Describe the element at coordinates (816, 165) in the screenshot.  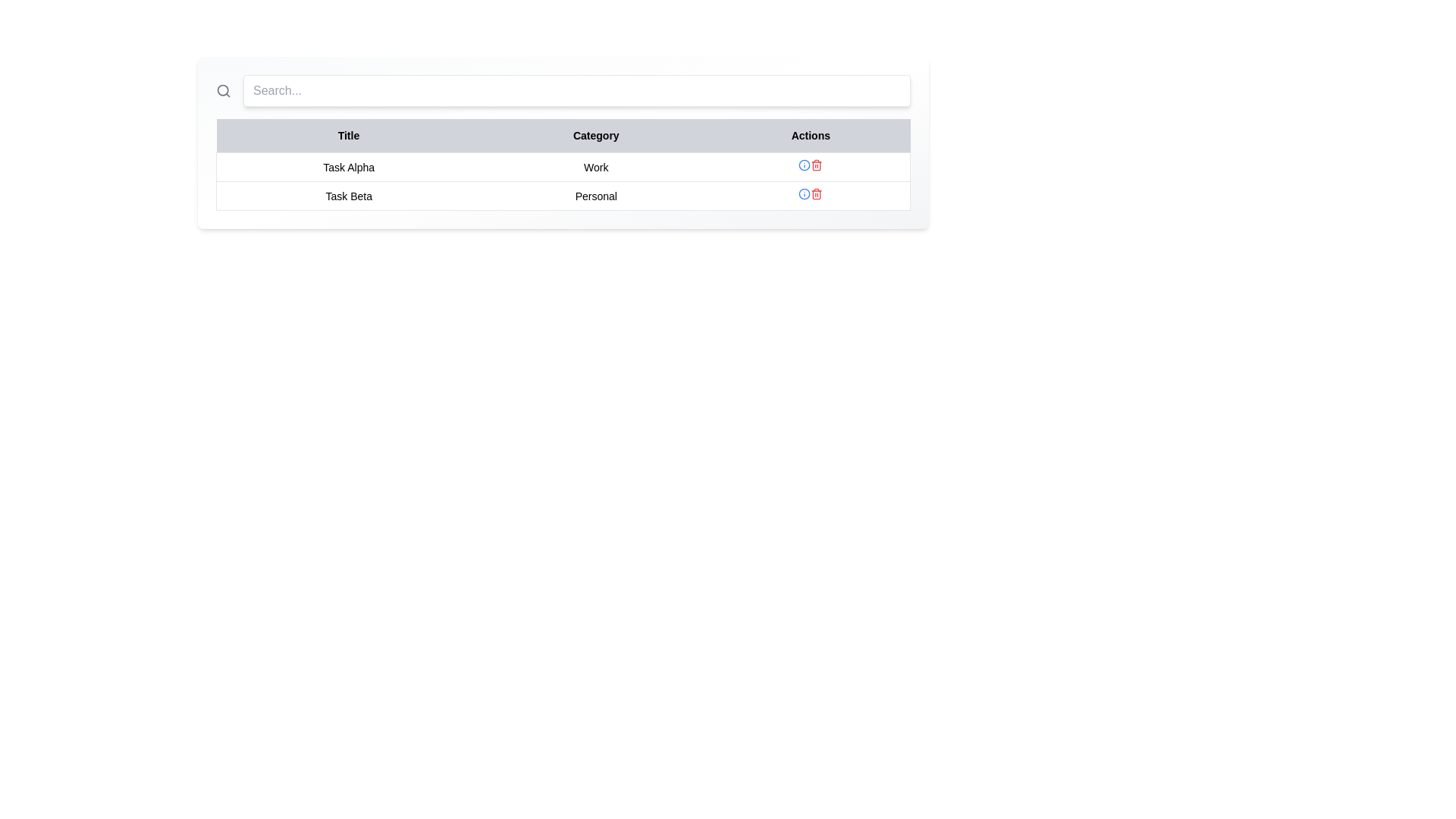
I see `the Icon Button in the 'Actions' column of the table row corresponding to the 'Work' category` at that location.